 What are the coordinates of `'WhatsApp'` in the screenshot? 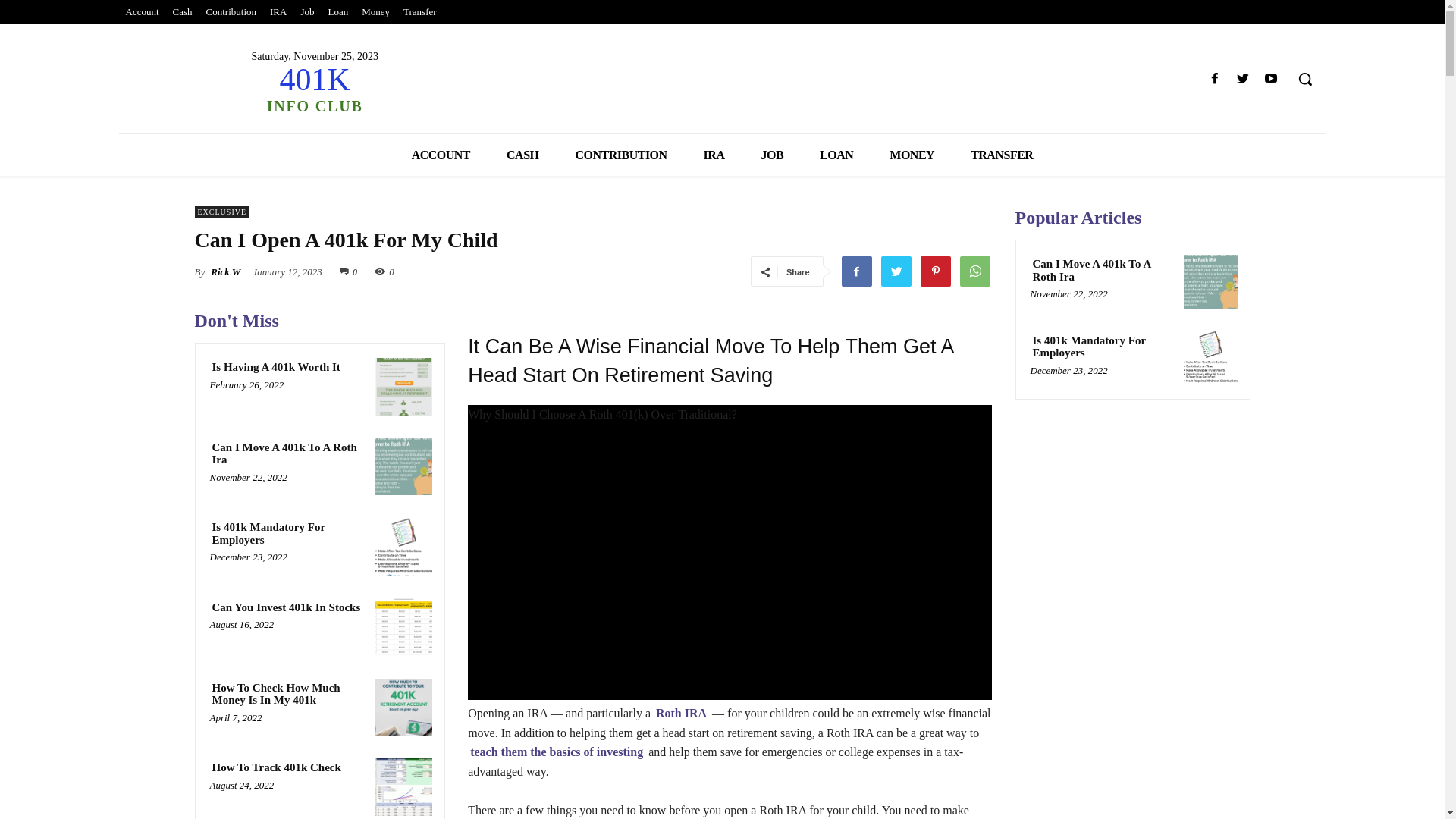 It's located at (974, 271).